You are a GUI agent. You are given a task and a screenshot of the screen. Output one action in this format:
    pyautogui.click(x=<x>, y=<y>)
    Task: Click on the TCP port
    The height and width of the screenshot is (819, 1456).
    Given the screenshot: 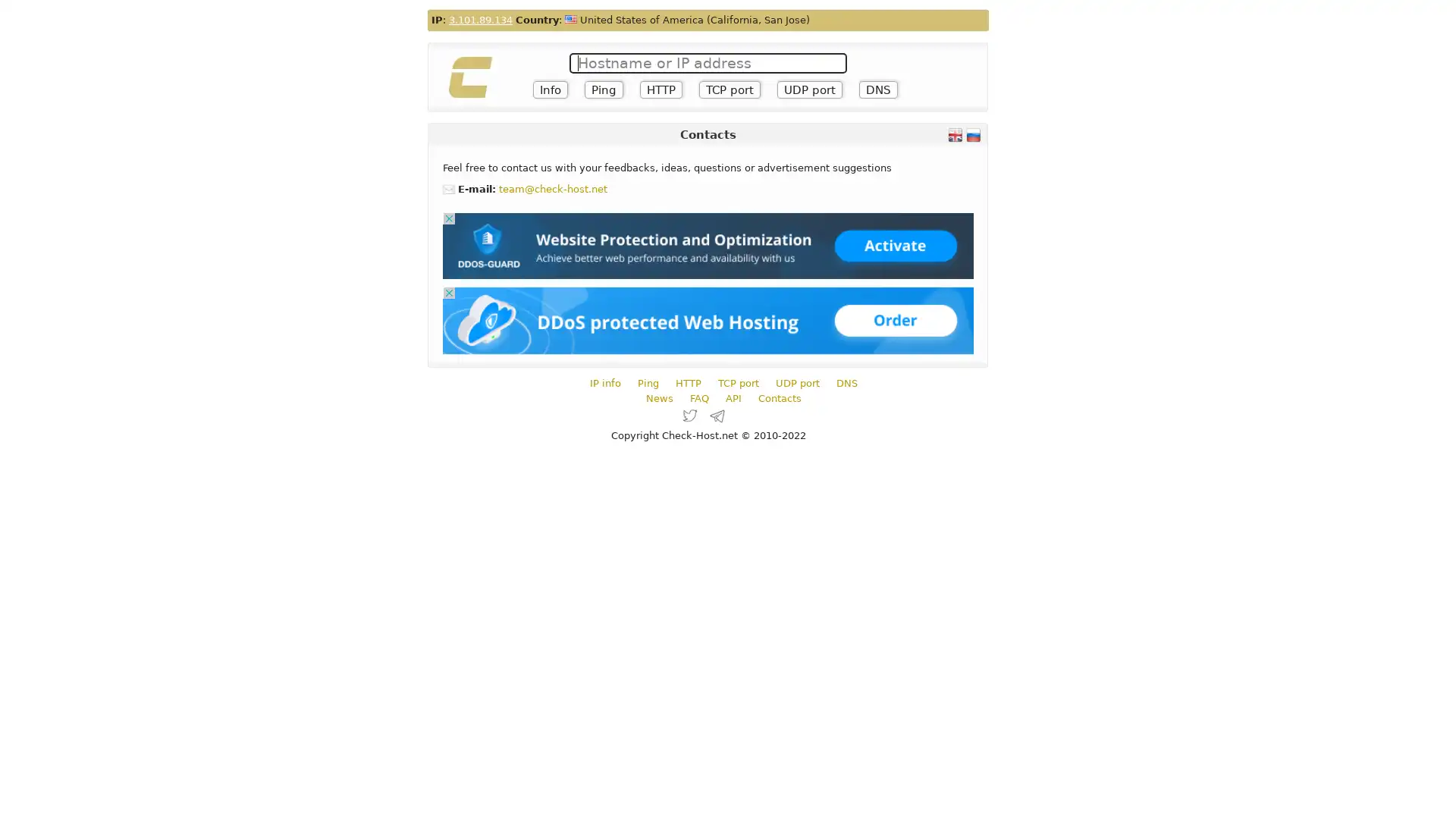 What is the action you would take?
    pyautogui.click(x=729, y=89)
    